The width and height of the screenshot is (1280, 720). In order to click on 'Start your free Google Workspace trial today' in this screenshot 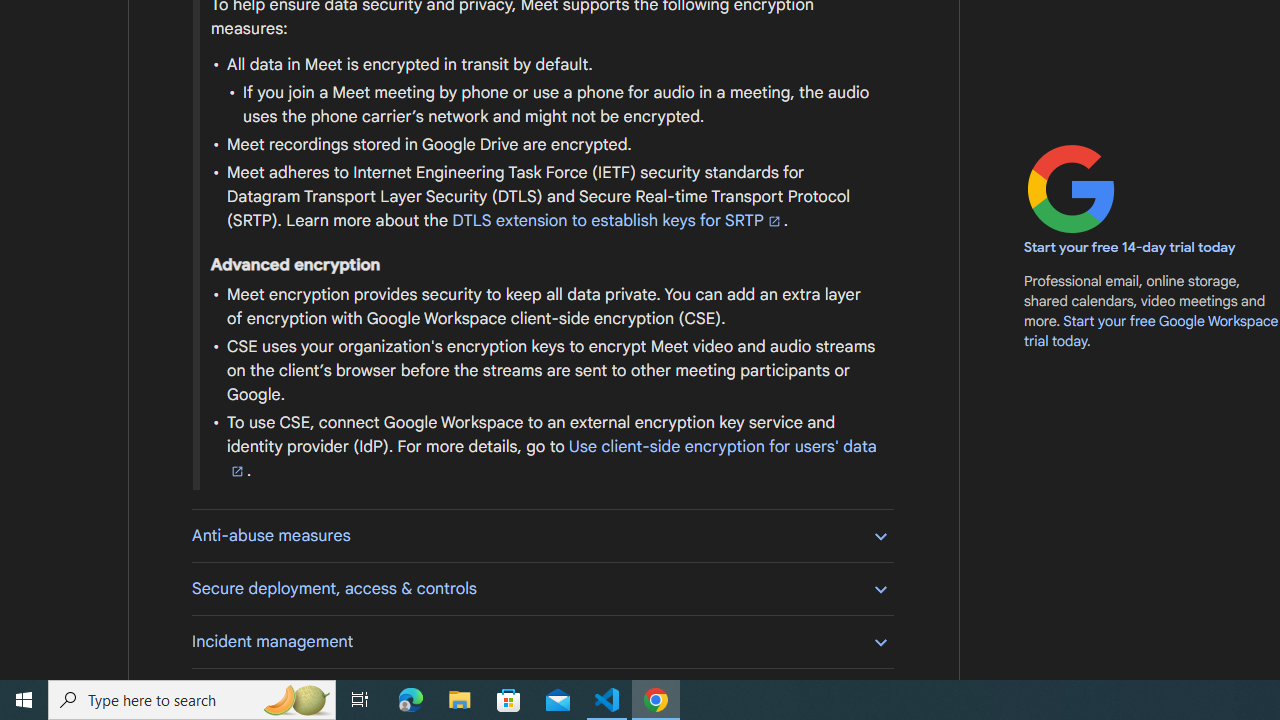, I will do `click(1151, 329)`.